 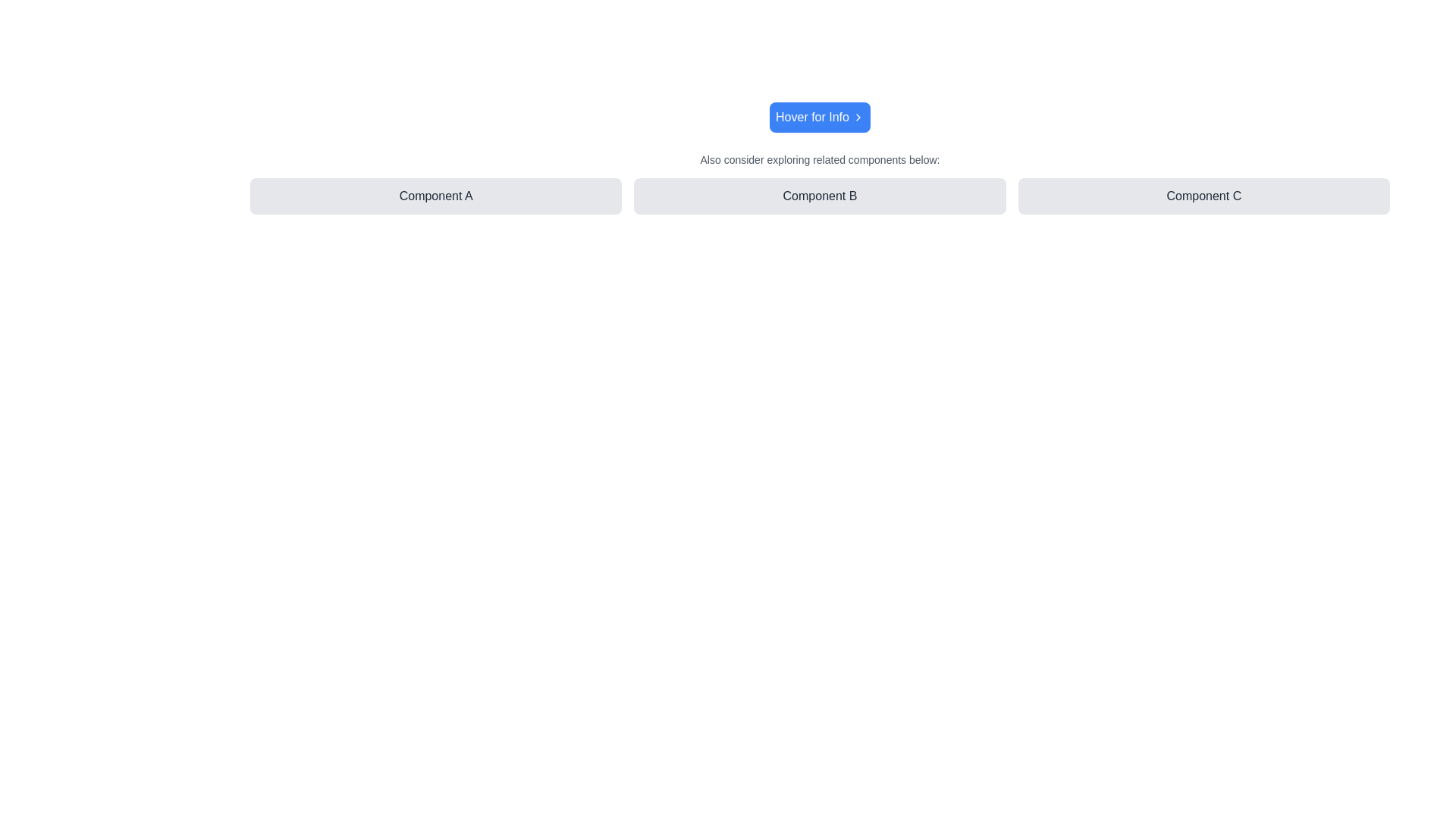 I want to click on the first button in a horizontally aligned group of three buttons, so click(x=435, y=195).